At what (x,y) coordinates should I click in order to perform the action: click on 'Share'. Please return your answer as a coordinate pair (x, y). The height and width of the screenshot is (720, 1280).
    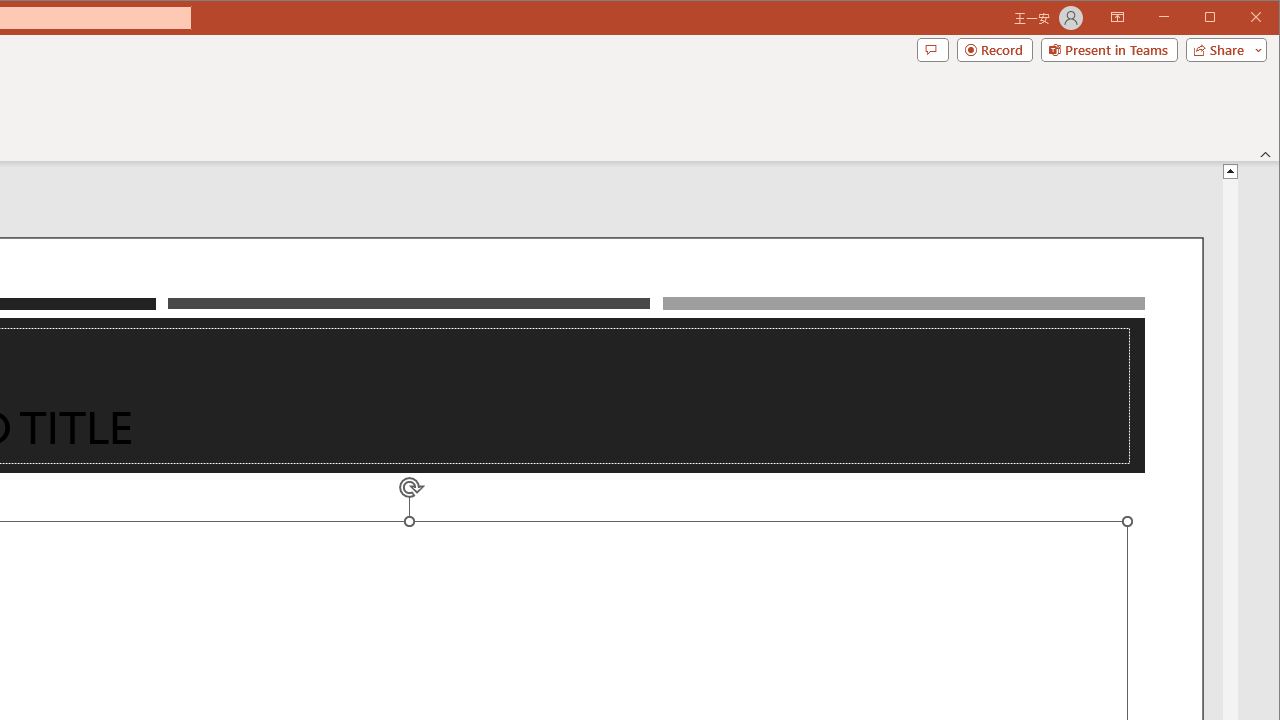
    Looking at the image, I should click on (1221, 49).